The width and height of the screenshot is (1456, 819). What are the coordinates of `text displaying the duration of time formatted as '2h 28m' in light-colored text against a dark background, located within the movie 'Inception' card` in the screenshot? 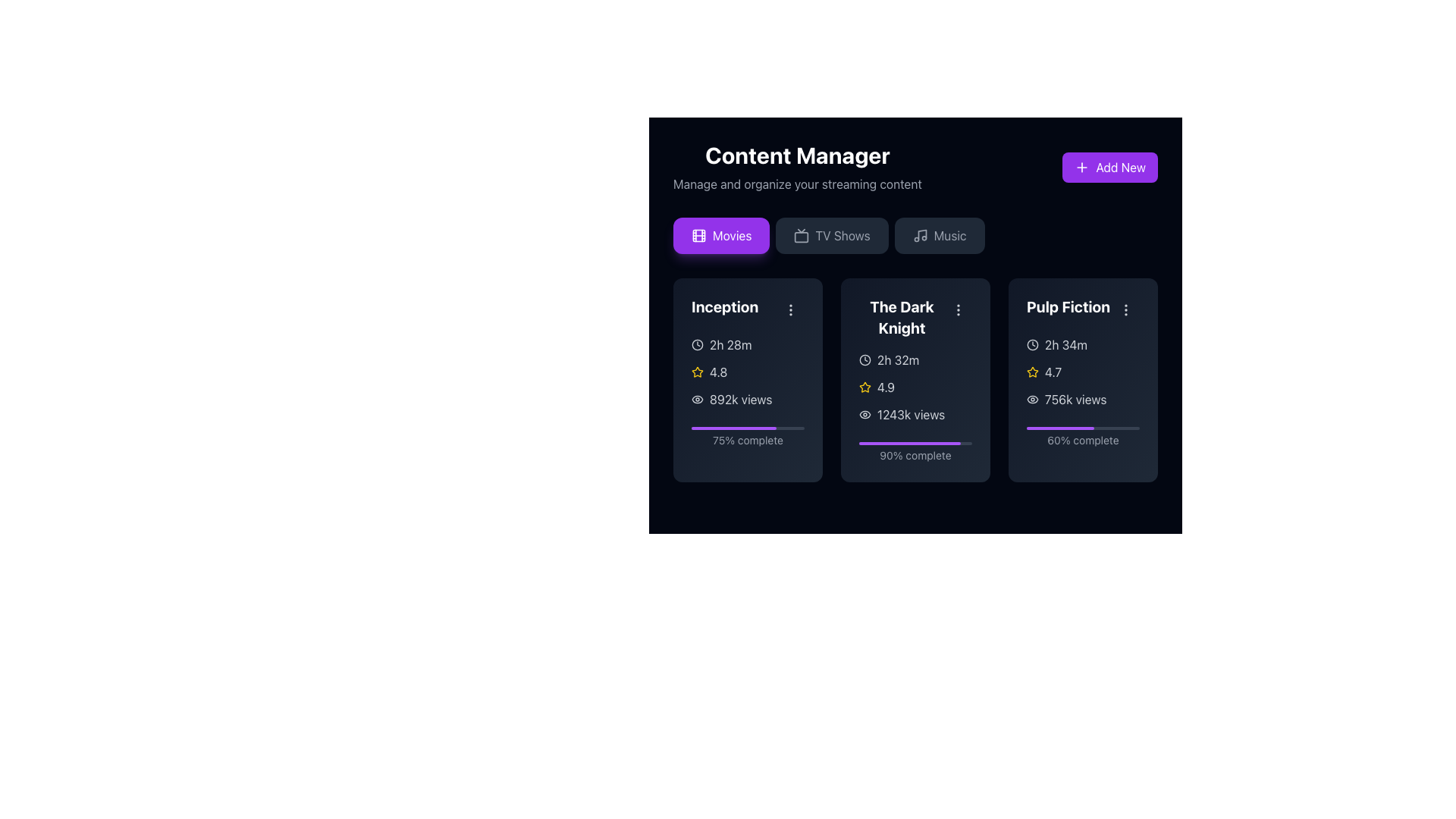 It's located at (730, 345).